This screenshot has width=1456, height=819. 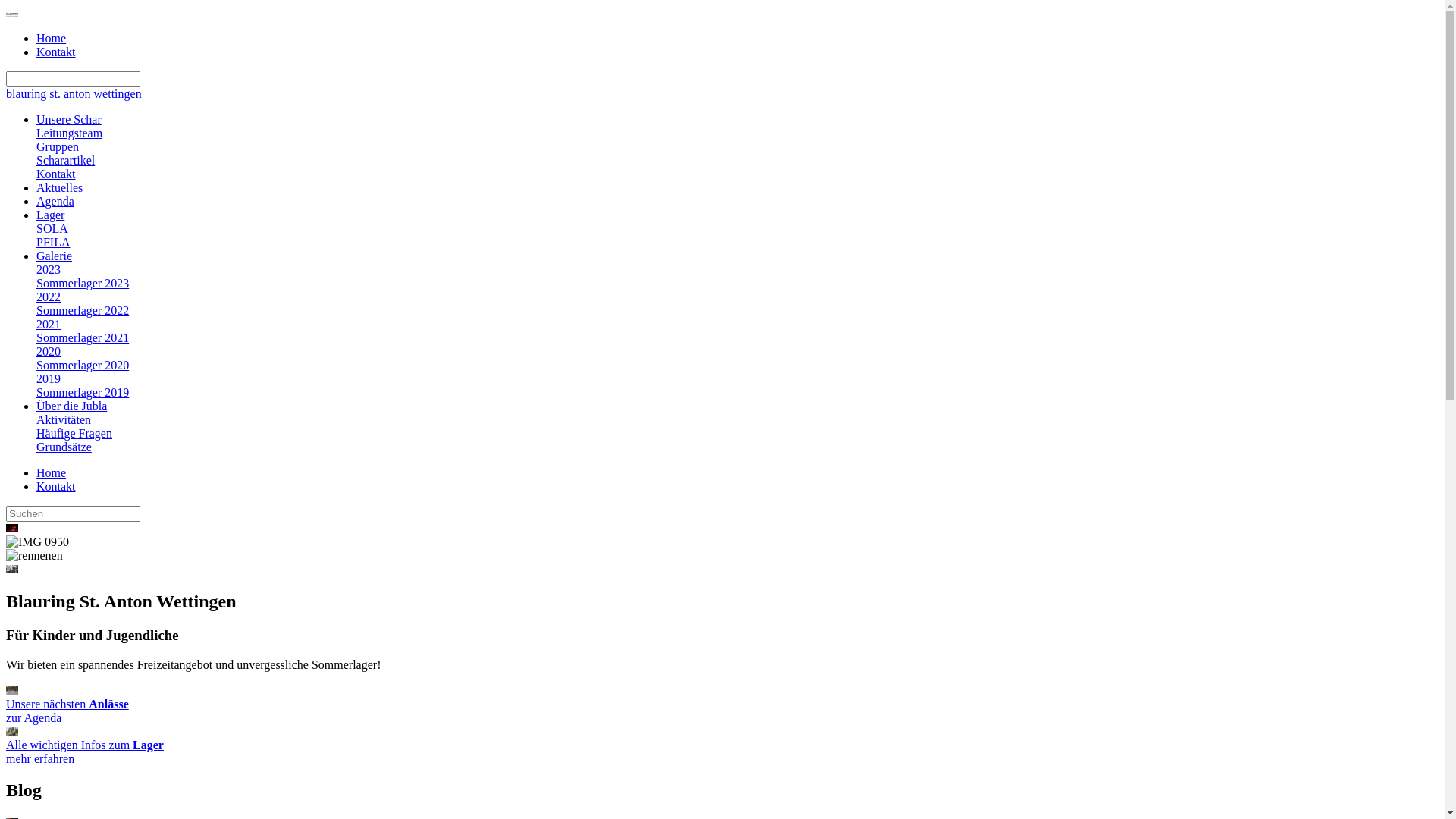 What do you see at coordinates (48, 268) in the screenshot?
I see `'2023'` at bounding box center [48, 268].